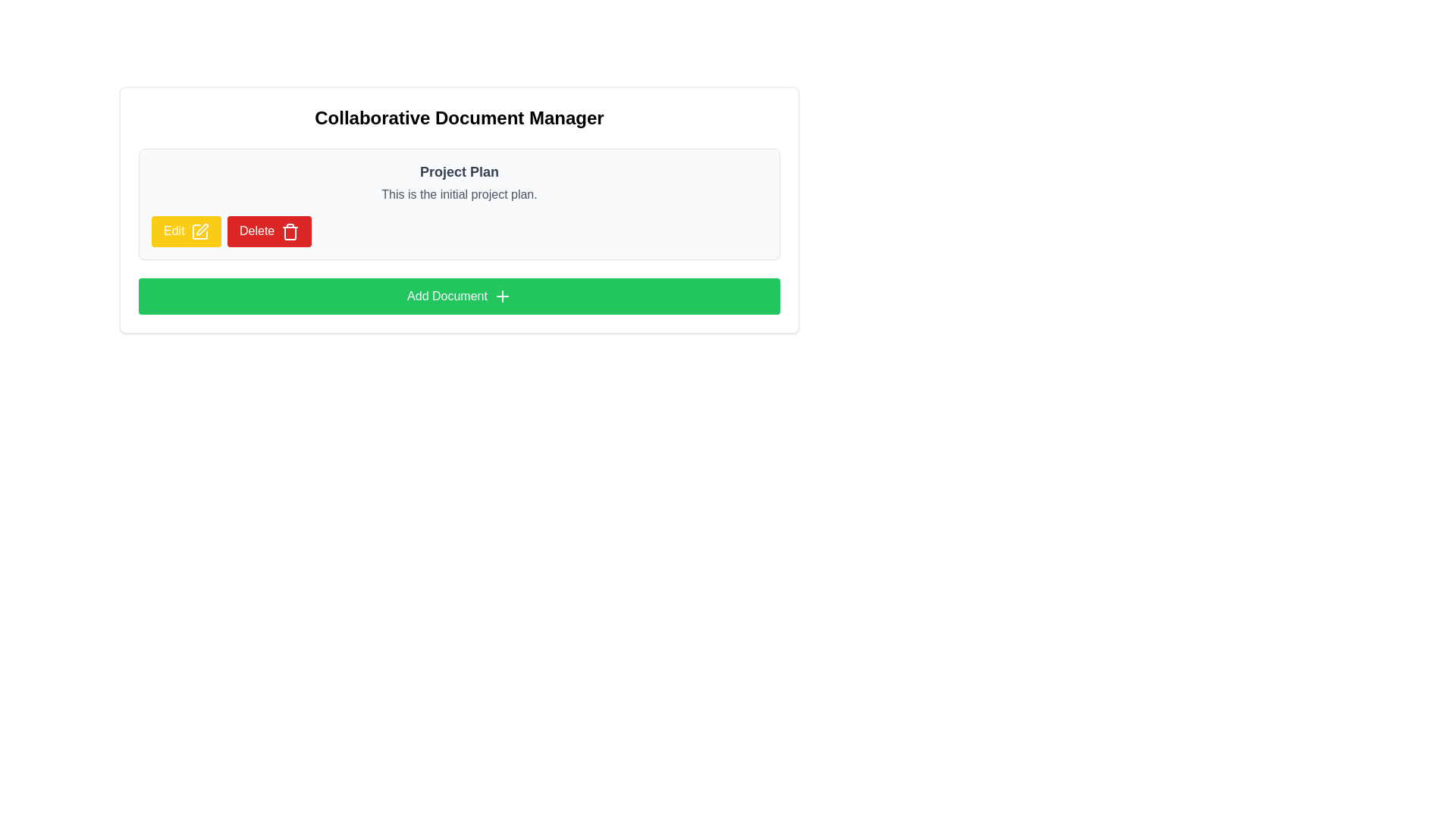 The image size is (1456, 819). Describe the element at coordinates (199, 231) in the screenshot. I see `the small pen or pencil icon outlined within the yellow 'Edit' button` at that location.